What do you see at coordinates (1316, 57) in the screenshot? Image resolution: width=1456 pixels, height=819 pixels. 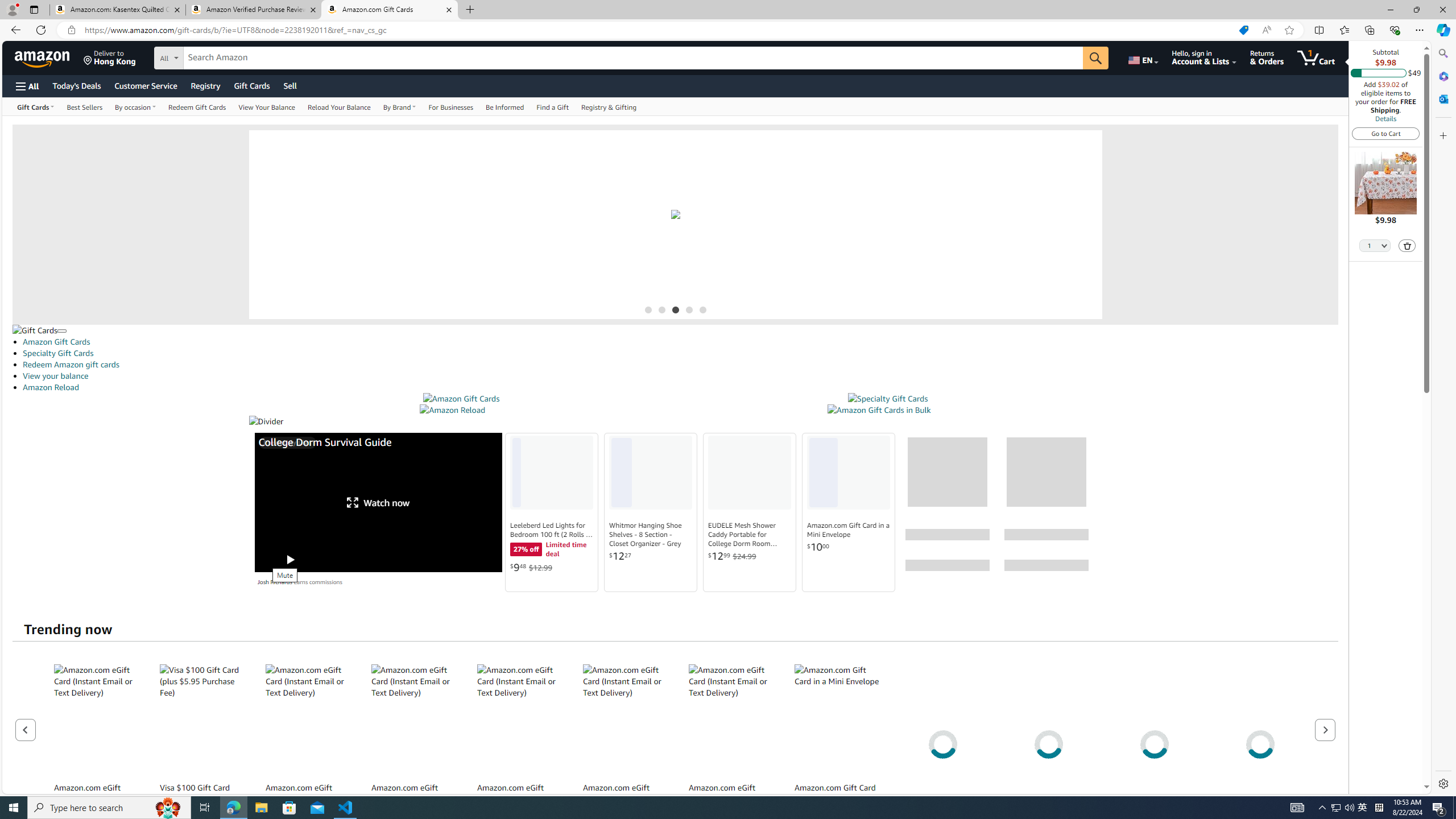 I see `'1 item in cart'` at bounding box center [1316, 57].